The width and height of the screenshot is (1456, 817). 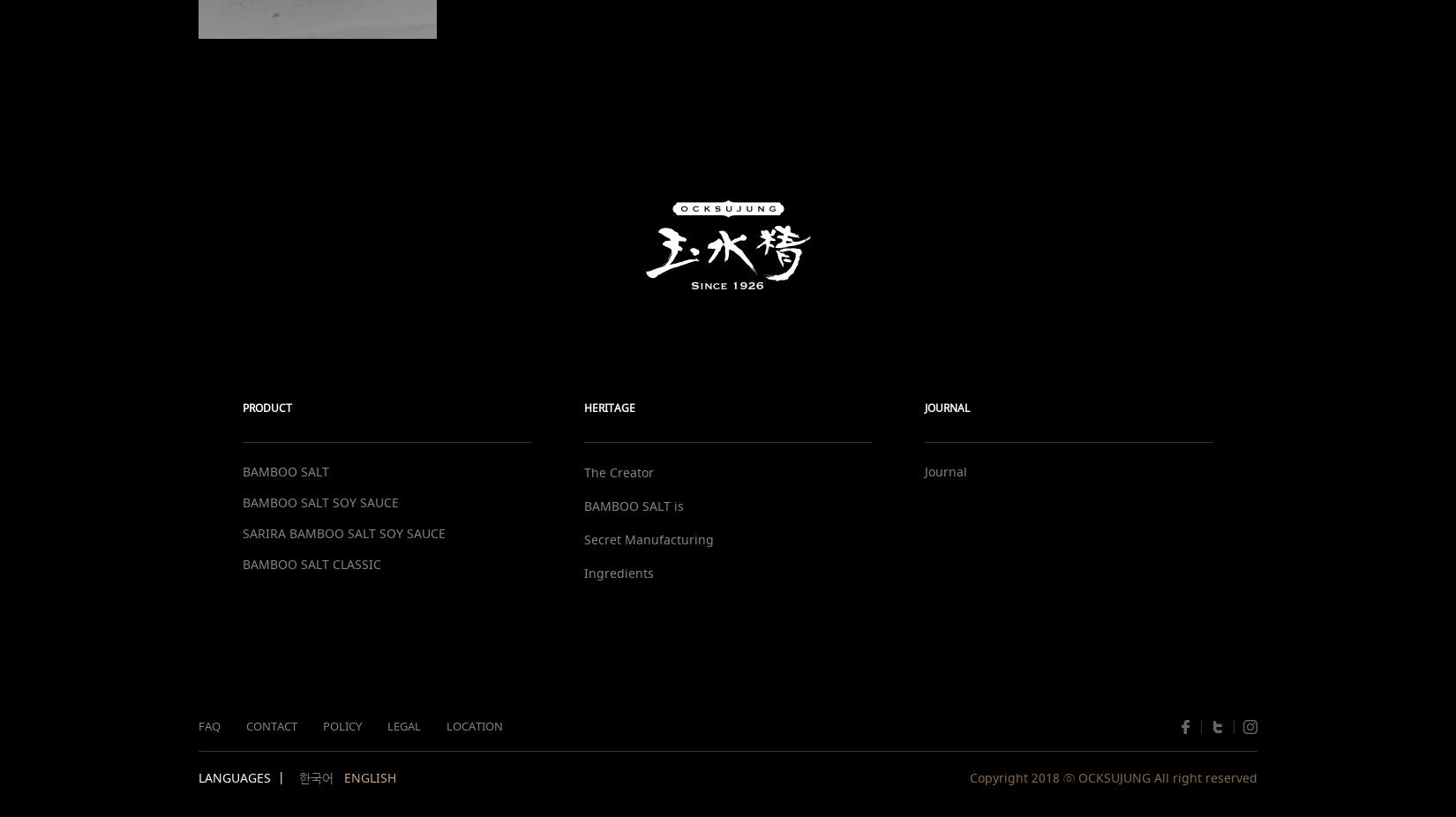 What do you see at coordinates (617, 572) in the screenshot?
I see `'Ingredients'` at bounding box center [617, 572].